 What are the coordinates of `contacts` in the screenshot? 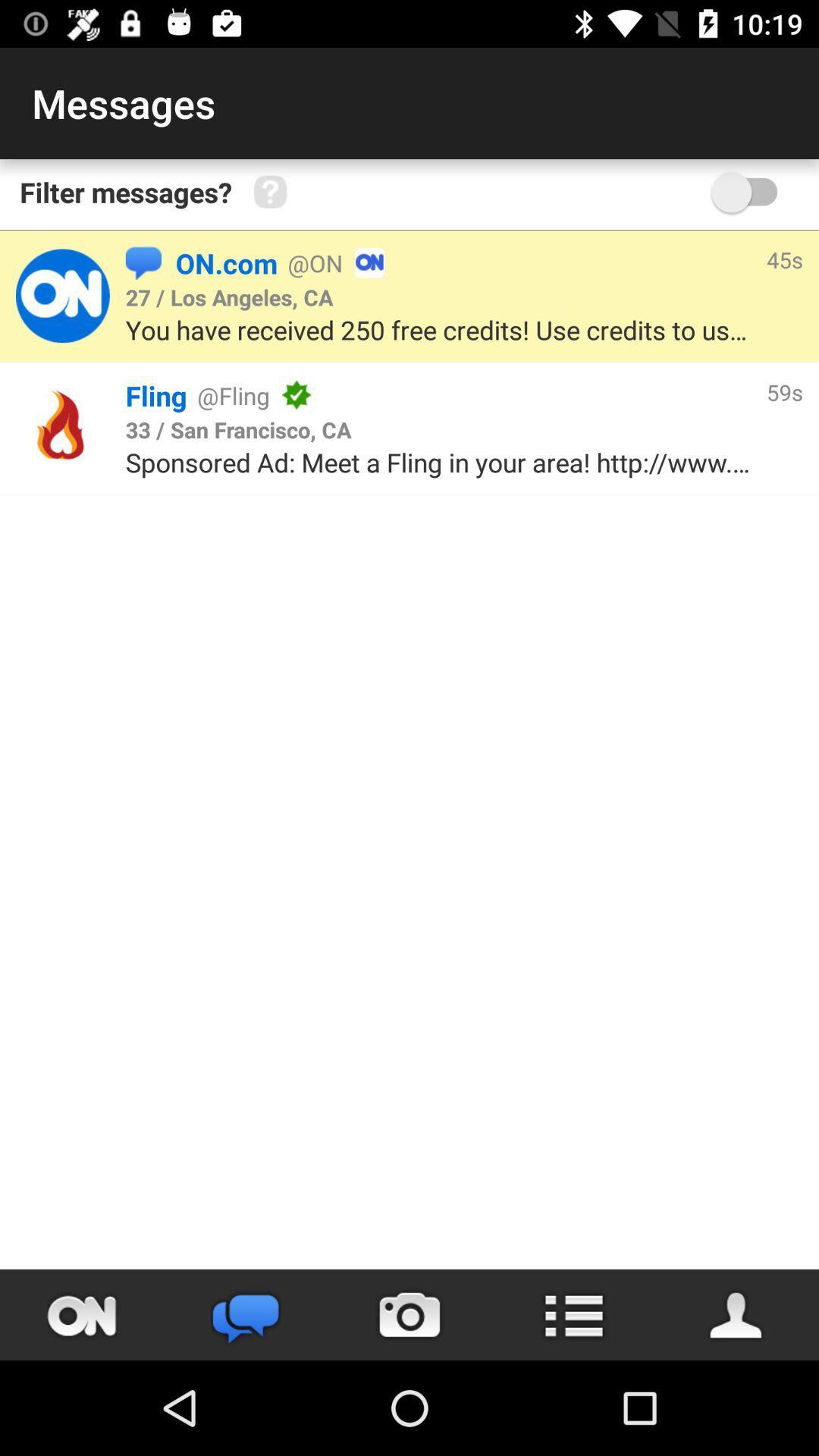 It's located at (736, 1314).